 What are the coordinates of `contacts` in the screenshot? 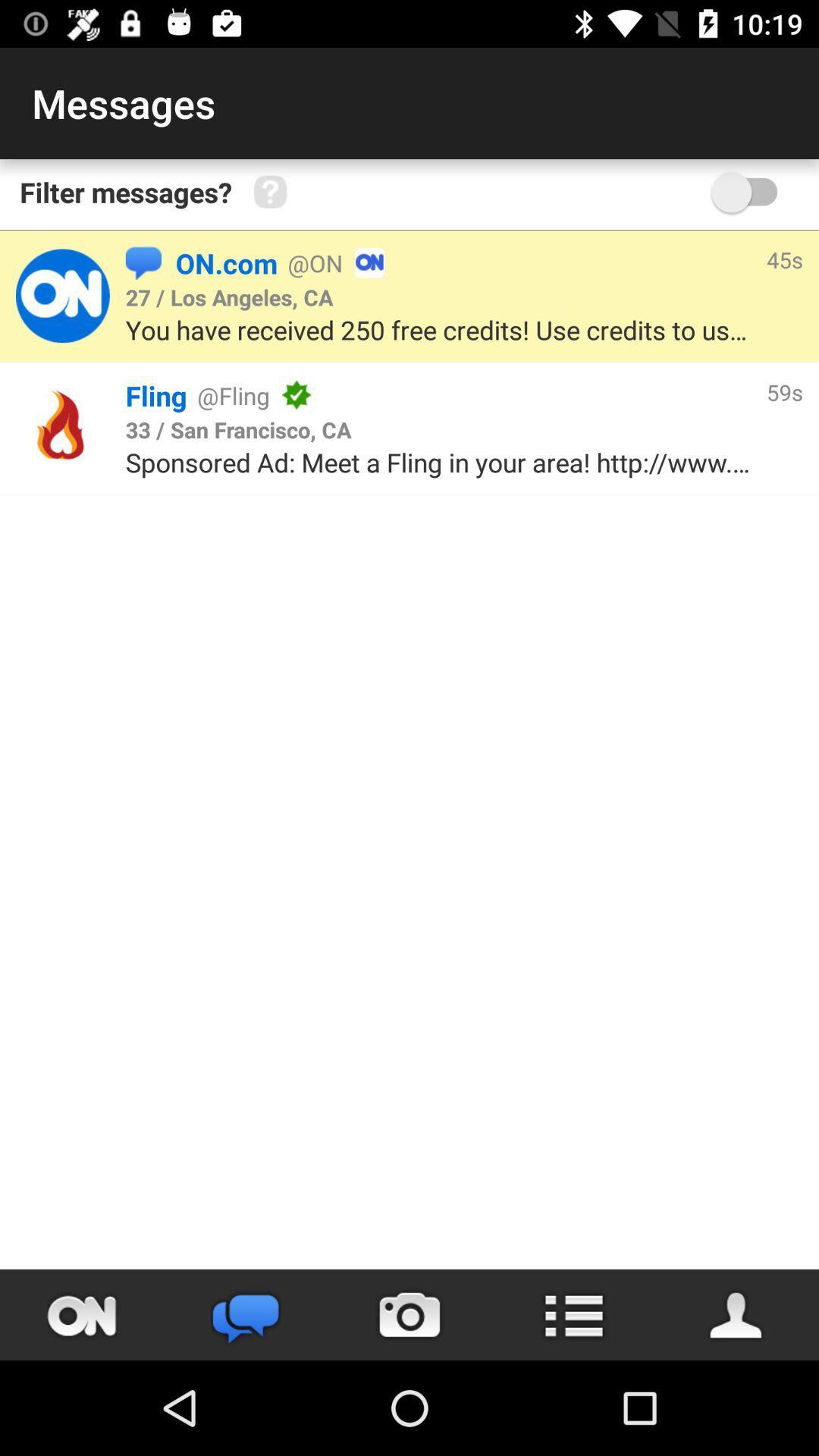 It's located at (736, 1314).